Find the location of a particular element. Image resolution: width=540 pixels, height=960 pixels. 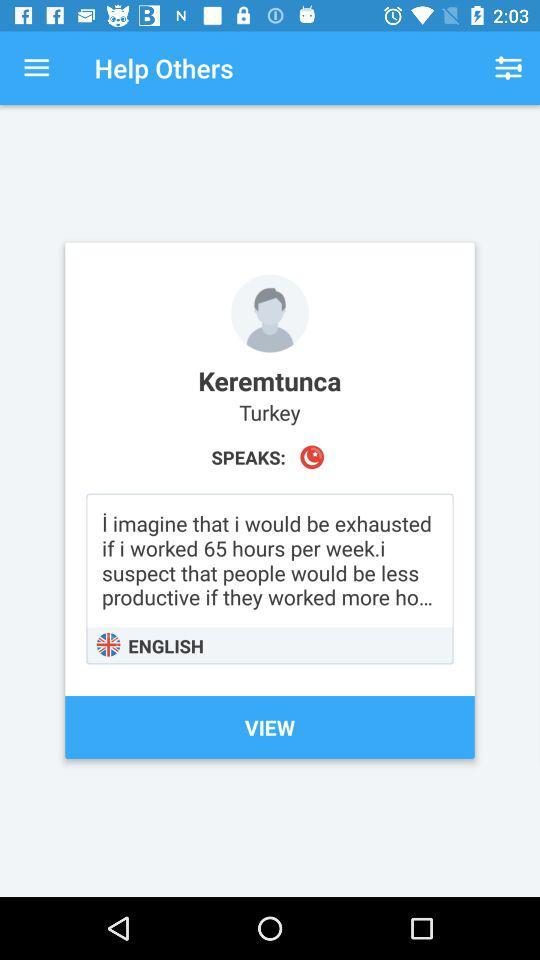

the chat is located at coordinates (270, 578).